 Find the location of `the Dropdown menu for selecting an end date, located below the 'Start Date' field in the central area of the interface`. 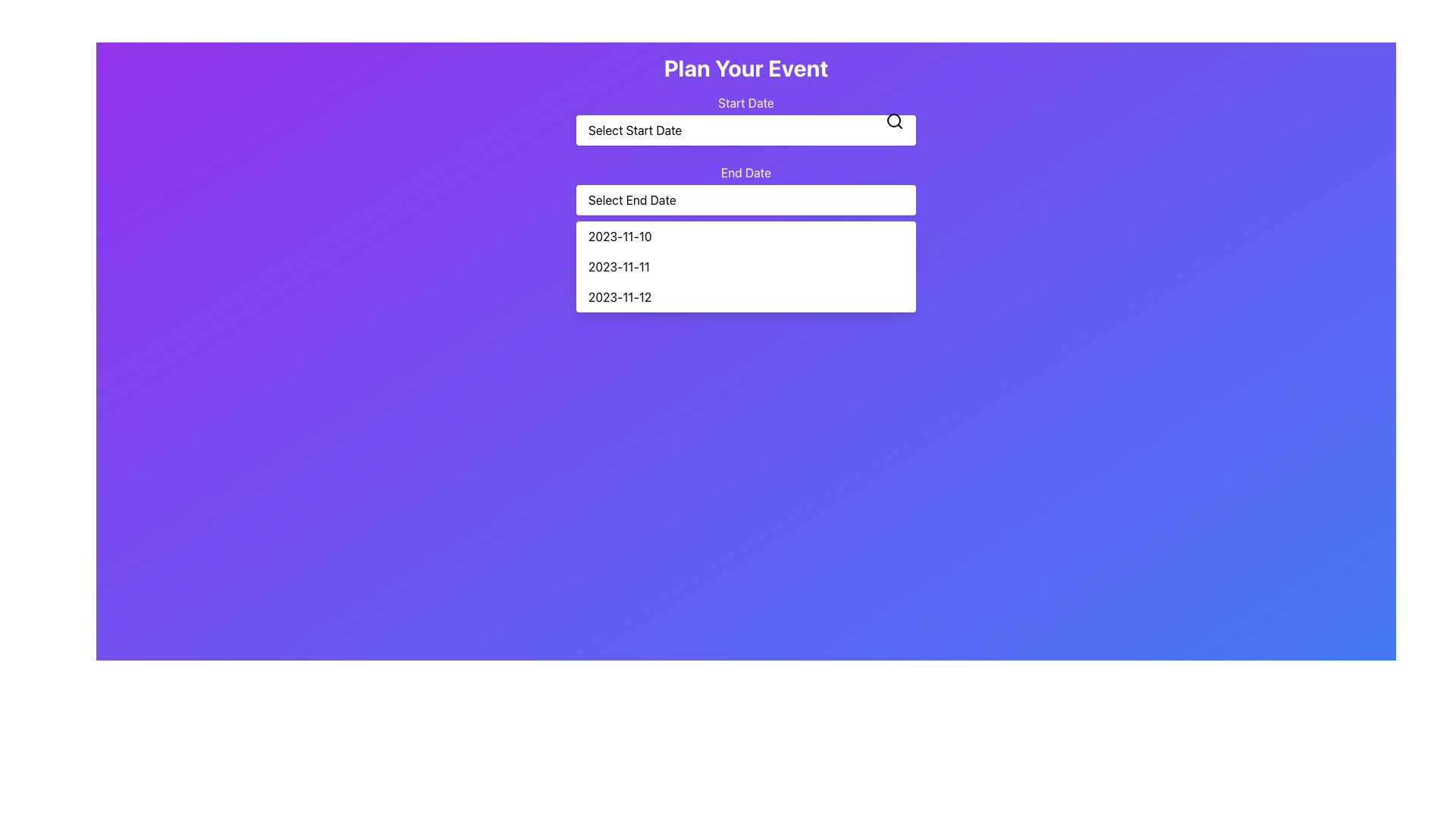

the Dropdown menu for selecting an end date, located below the 'Start Date' field in the central area of the interface is located at coordinates (745, 189).